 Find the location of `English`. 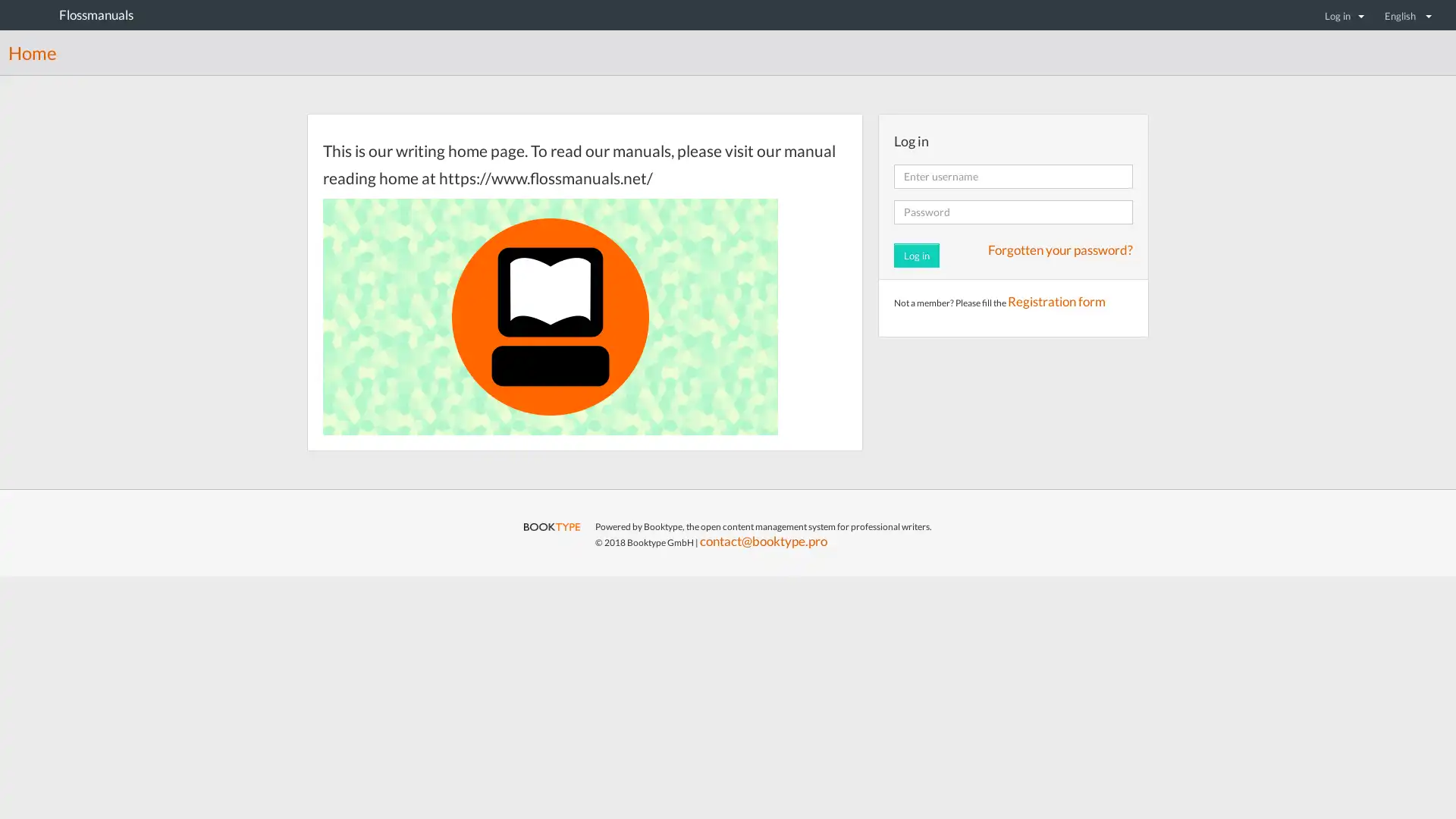

English is located at coordinates (1407, 15).